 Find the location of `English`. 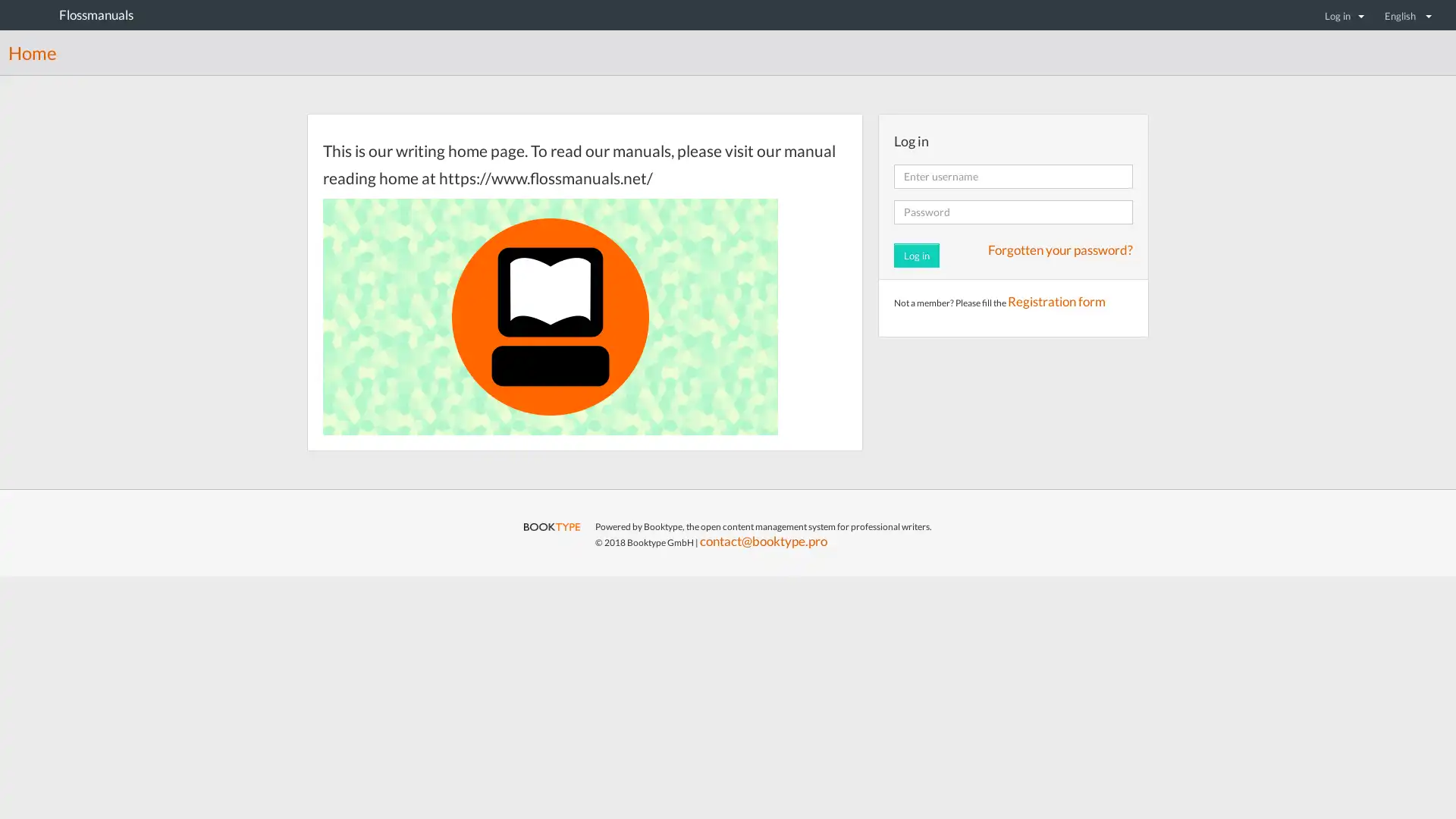

English is located at coordinates (1407, 15).